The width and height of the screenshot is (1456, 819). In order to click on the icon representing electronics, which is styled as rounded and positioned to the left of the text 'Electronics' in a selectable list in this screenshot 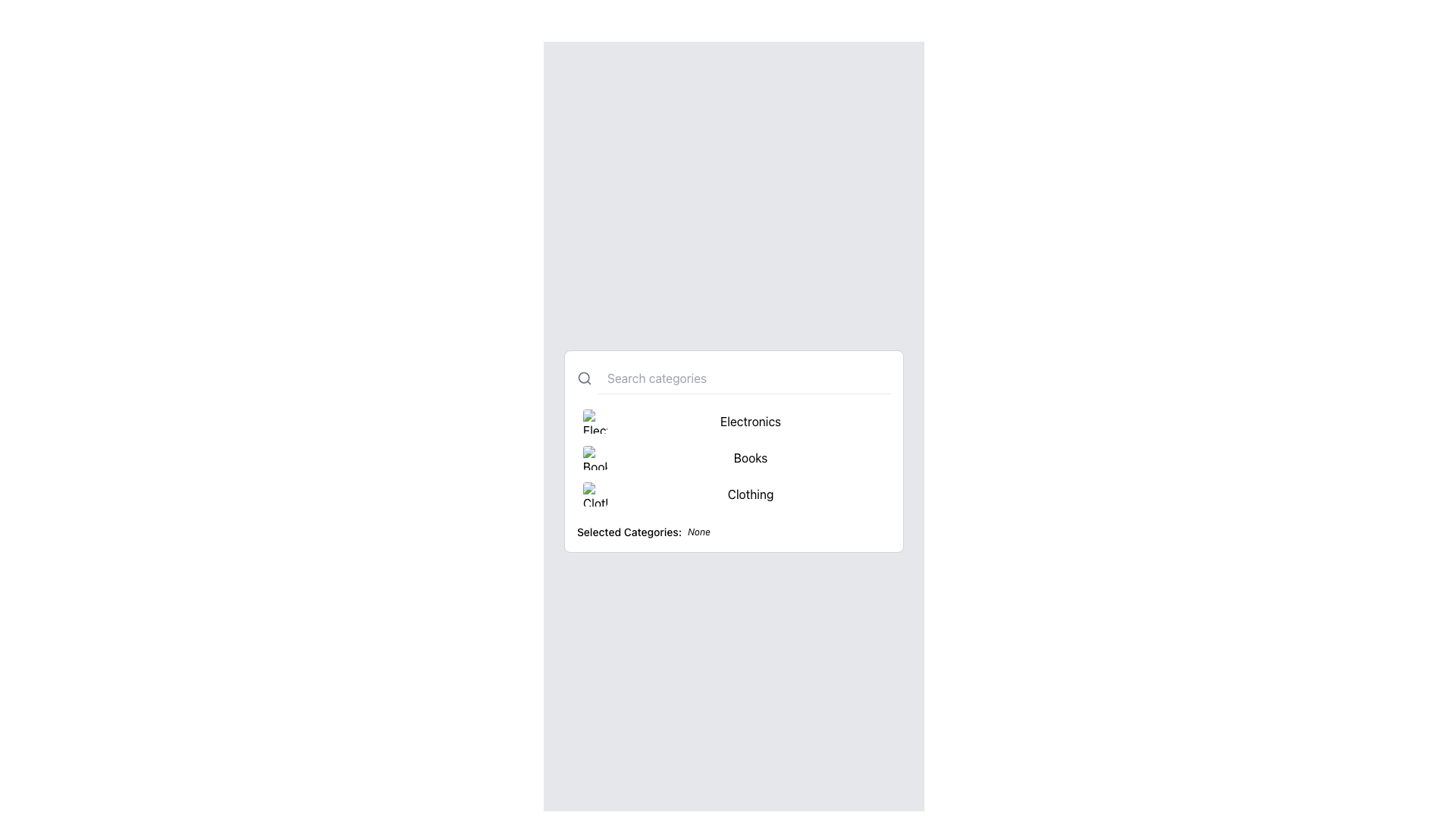, I will do `click(595, 421)`.